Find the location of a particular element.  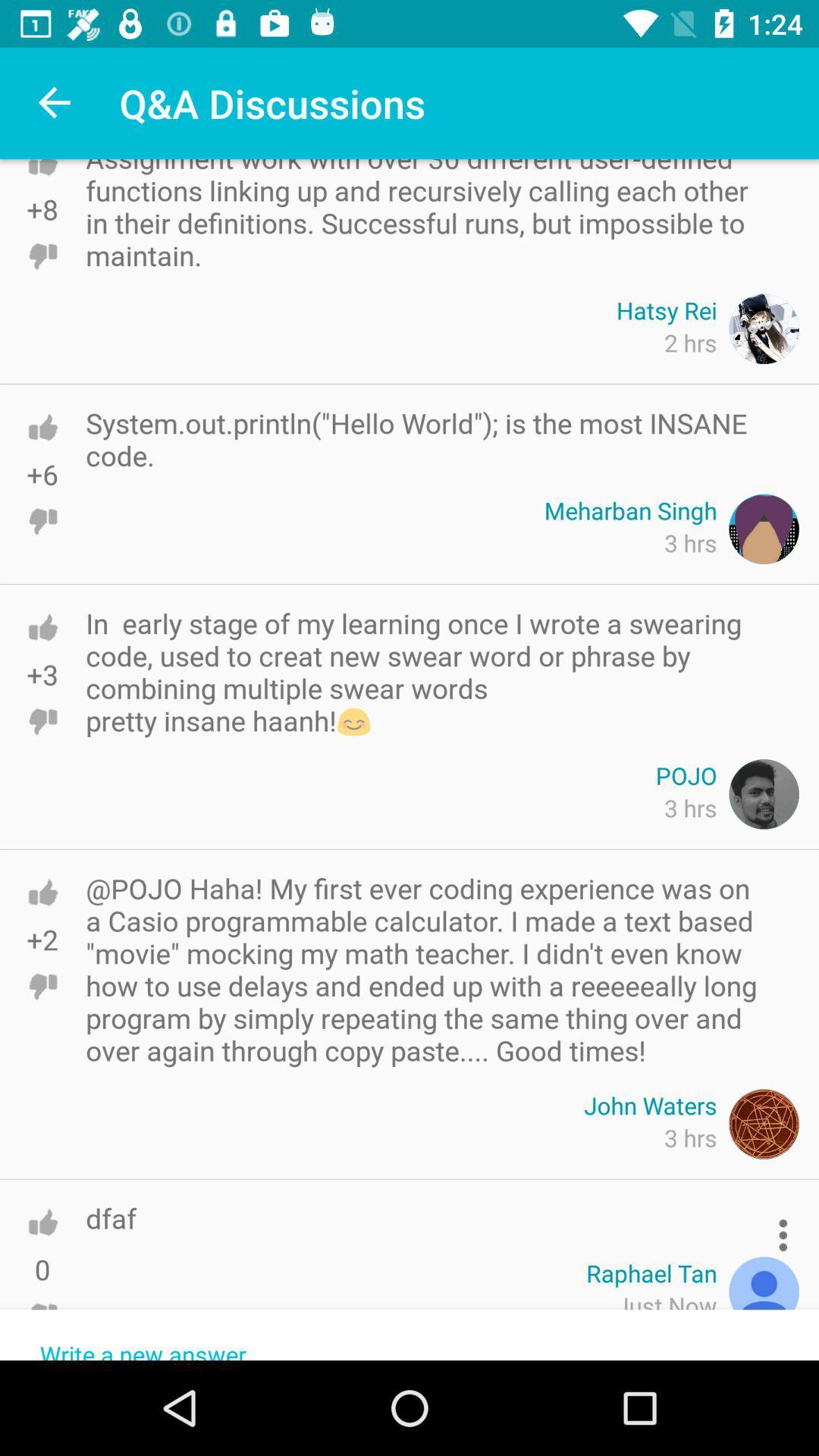

like a comment is located at coordinates (42, 627).